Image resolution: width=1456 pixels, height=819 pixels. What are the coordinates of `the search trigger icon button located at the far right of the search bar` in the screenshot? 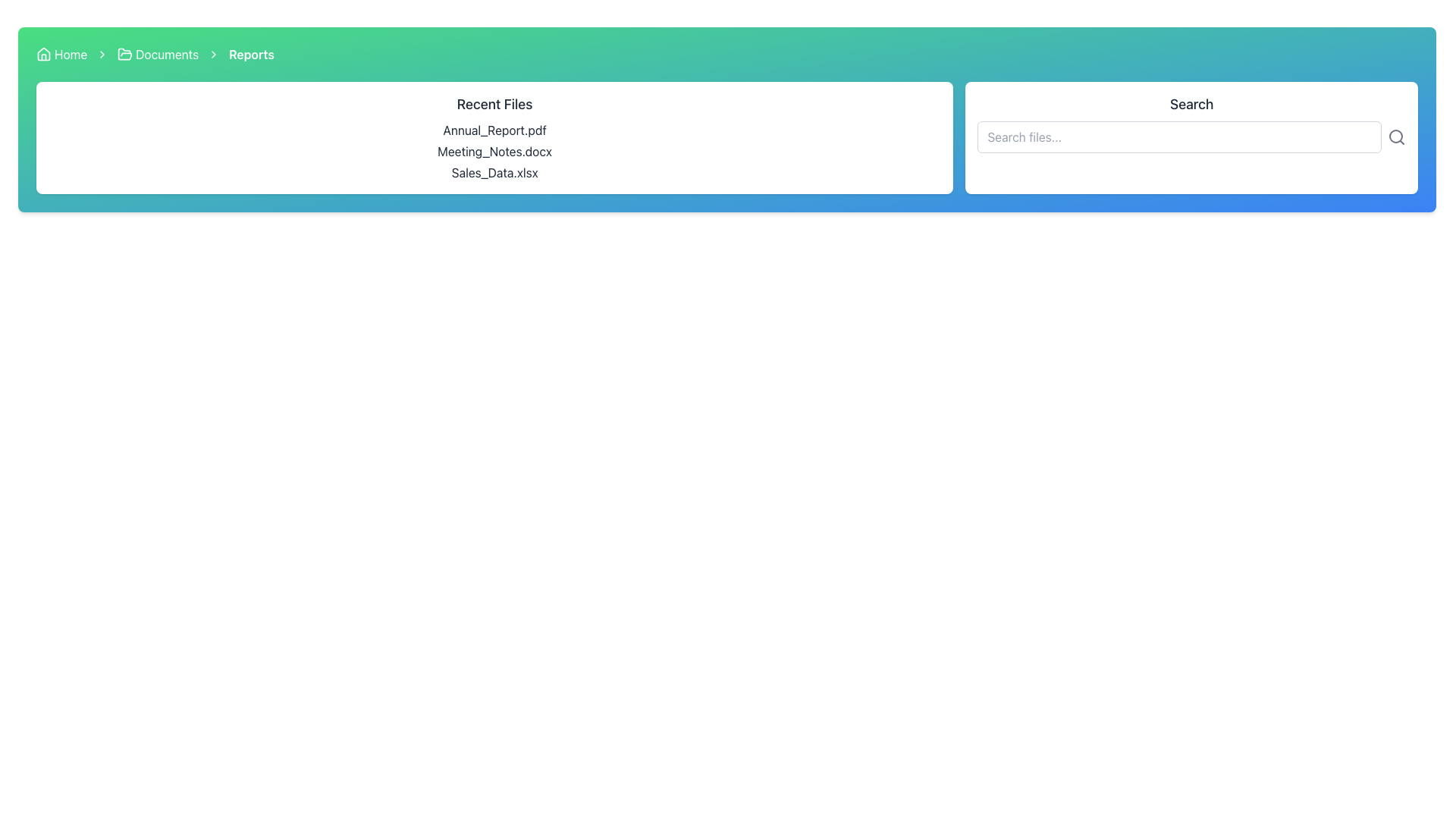 It's located at (1396, 137).